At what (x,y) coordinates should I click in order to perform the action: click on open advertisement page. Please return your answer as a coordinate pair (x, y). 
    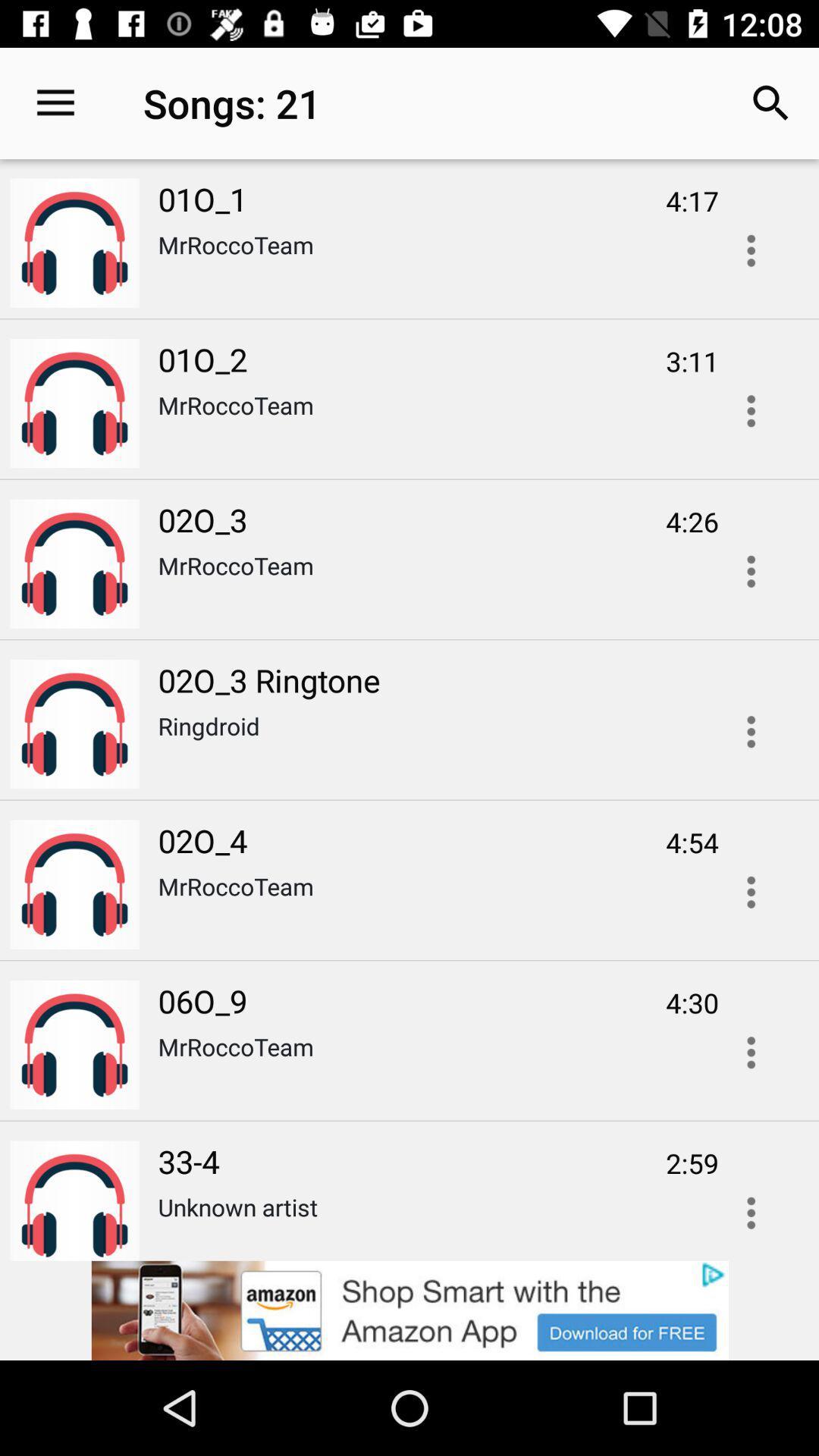
    Looking at the image, I should click on (409, 1310).